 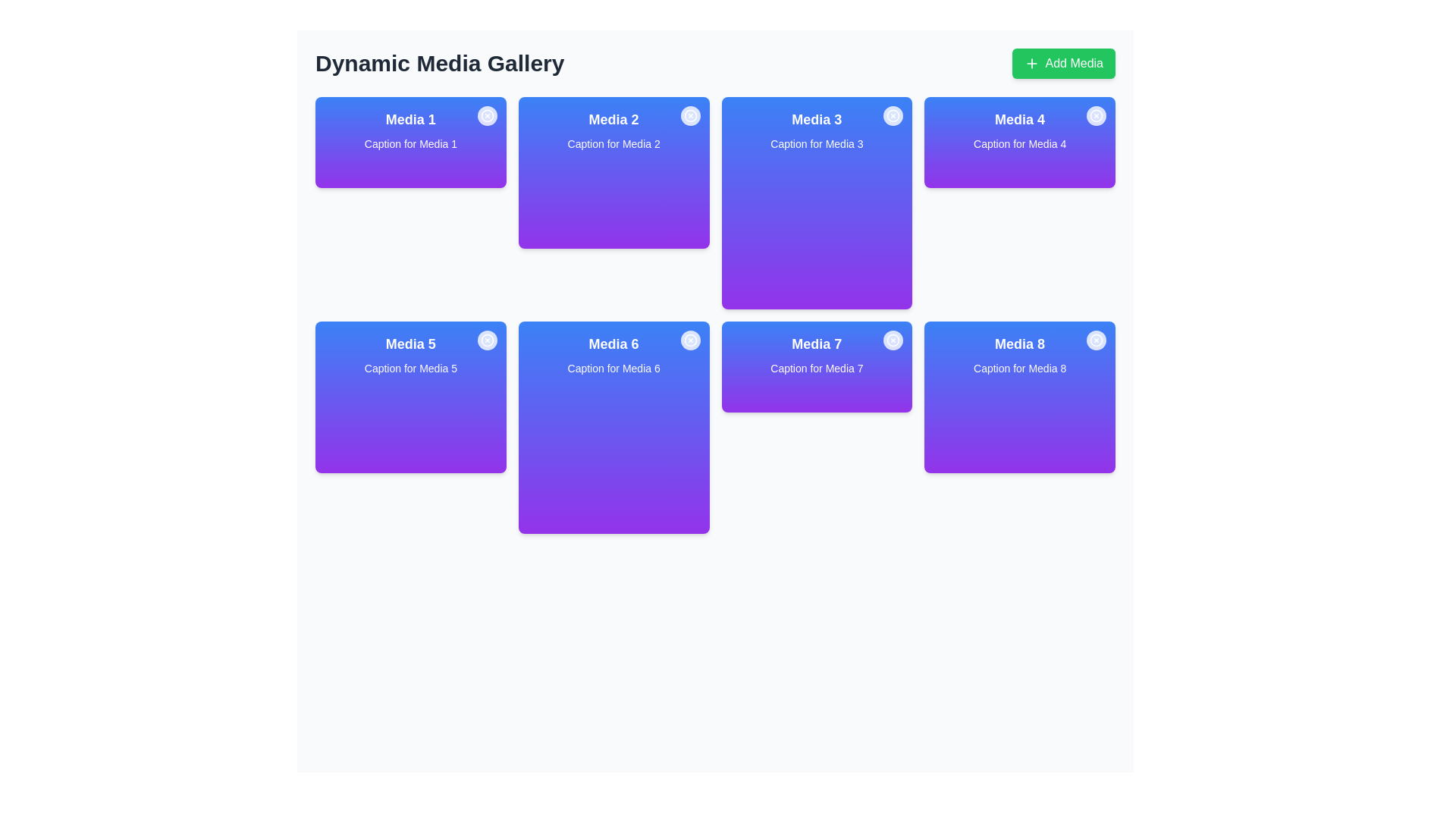 I want to click on the circular close button with a white background located at the top-right corner of the 'Media 8' card, so click(x=1096, y=341).